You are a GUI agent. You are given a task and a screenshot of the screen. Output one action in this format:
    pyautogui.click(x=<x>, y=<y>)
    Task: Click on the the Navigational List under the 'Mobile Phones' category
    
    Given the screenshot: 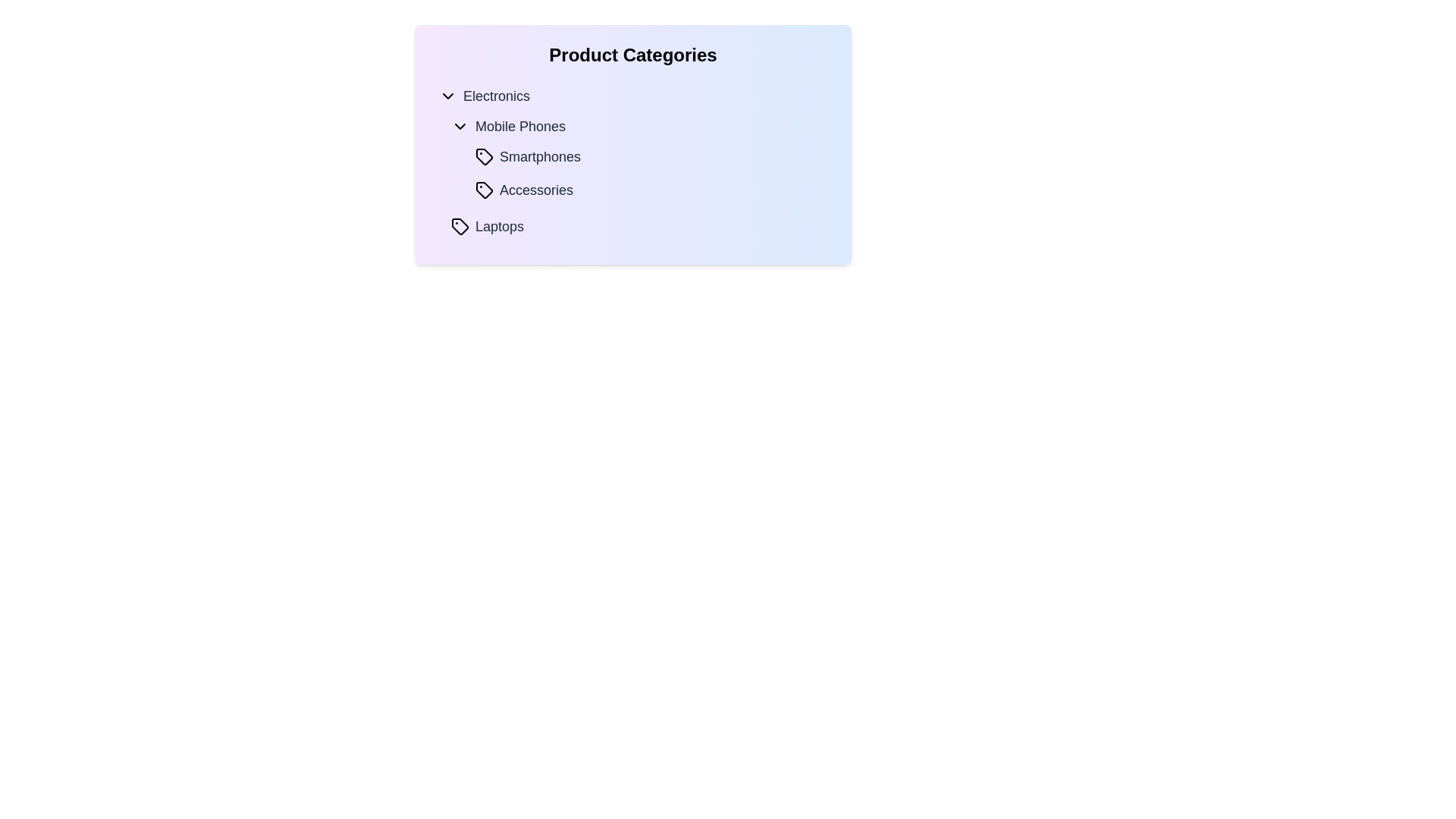 What is the action you would take?
    pyautogui.click(x=633, y=160)
    